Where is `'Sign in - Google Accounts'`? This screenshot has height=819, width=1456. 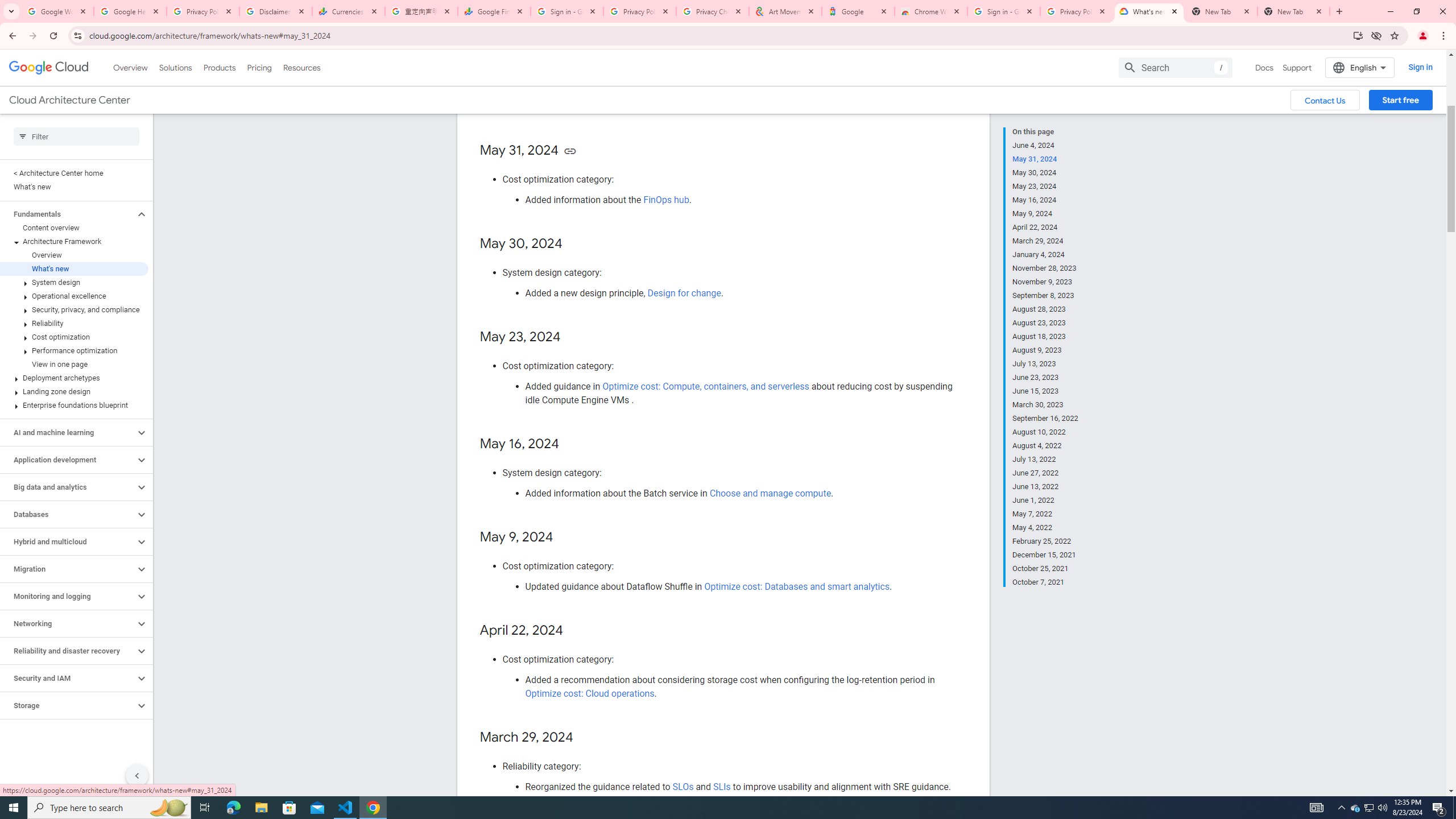 'Sign in - Google Accounts' is located at coordinates (1004, 11).